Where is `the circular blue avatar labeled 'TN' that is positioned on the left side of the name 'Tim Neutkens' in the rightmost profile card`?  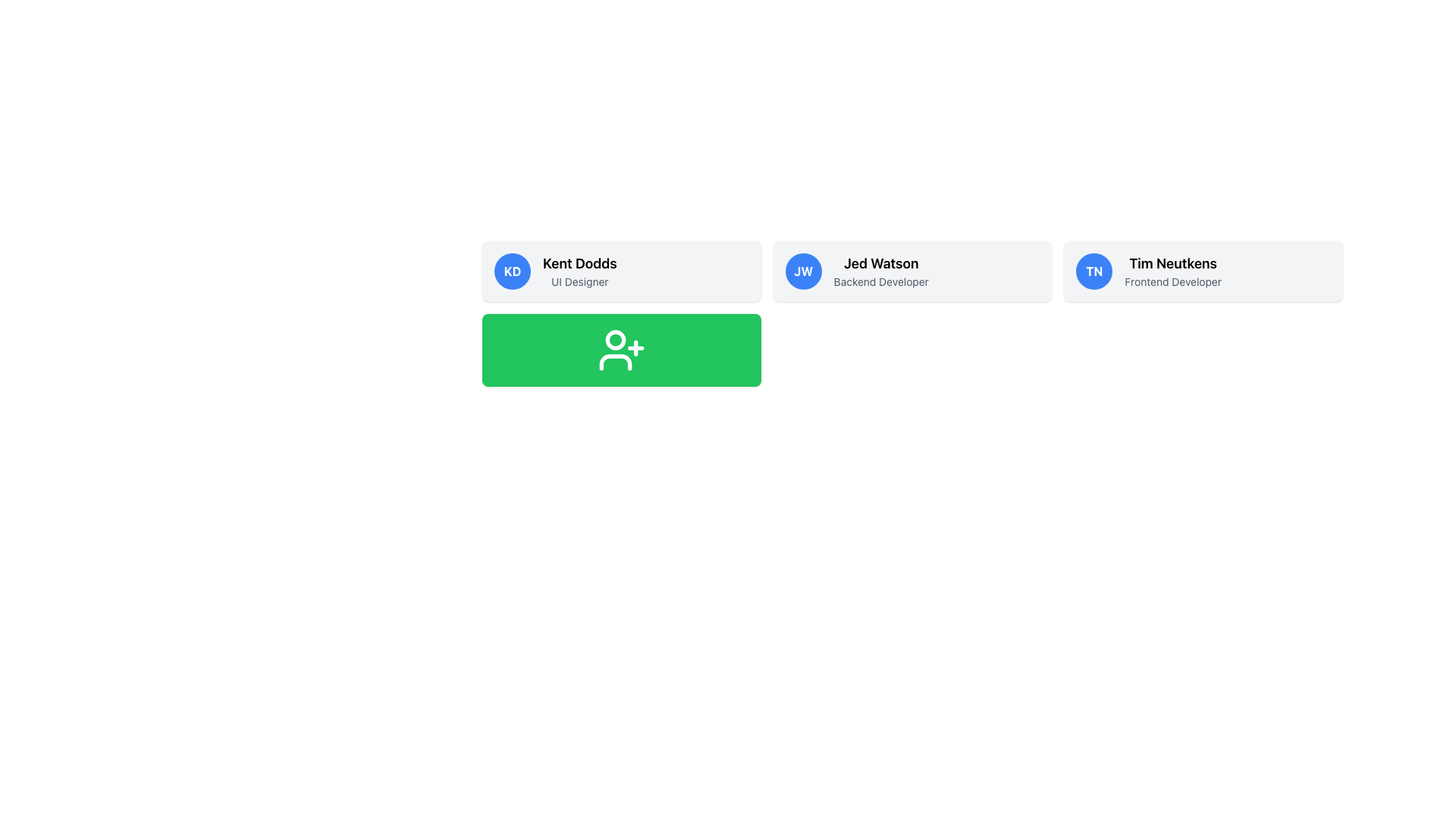 the circular blue avatar labeled 'TN' that is positioned on the left side of the name 'Tim Neutkens' in the rightmost profile card is located at coordinates (1094, 271).